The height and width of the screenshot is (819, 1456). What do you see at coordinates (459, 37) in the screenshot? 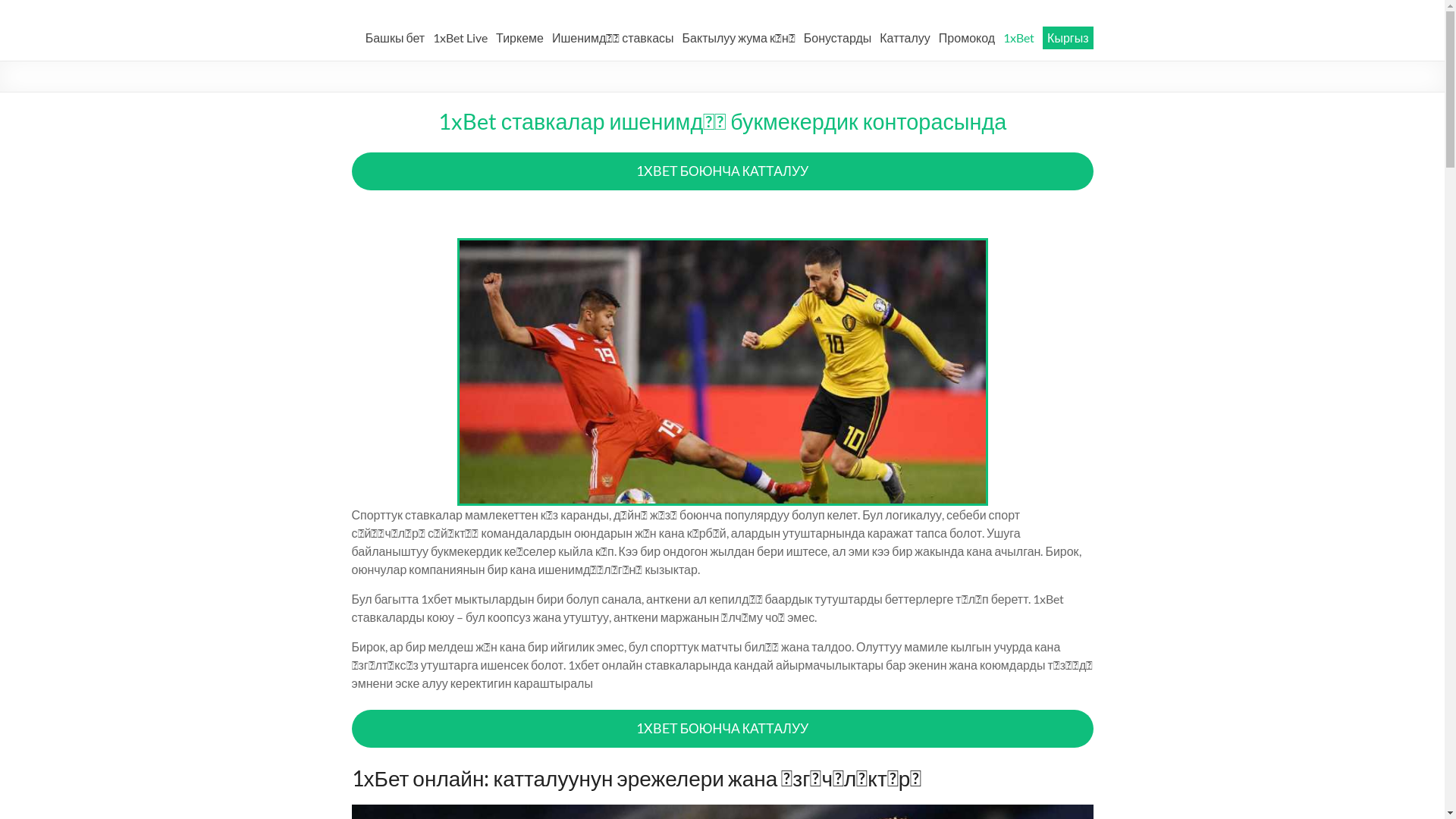
I see `'1xBet Live'` at bounding box center [459, 37].